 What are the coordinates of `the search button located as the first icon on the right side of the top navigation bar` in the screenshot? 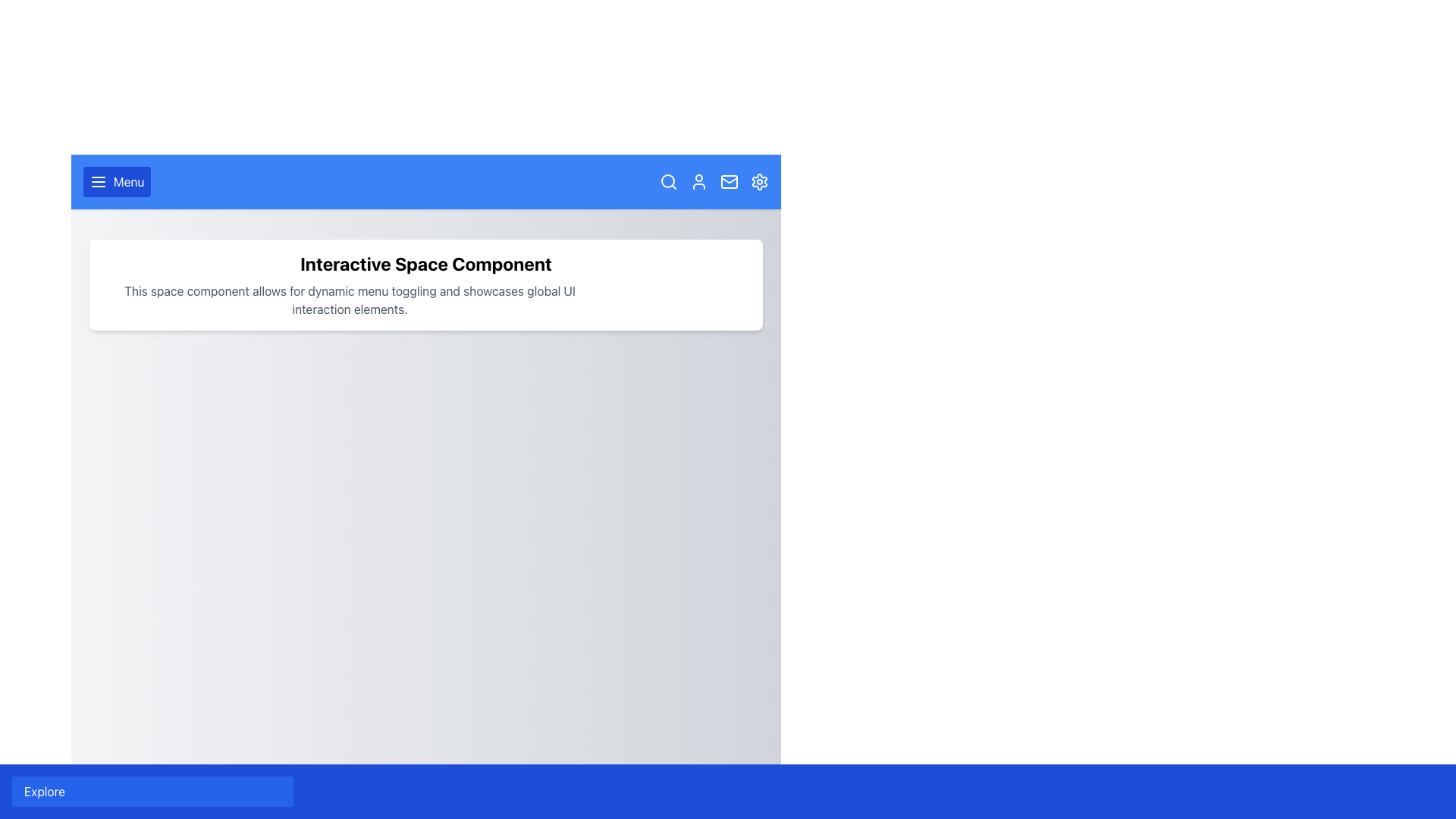 It's located at (668, 180).